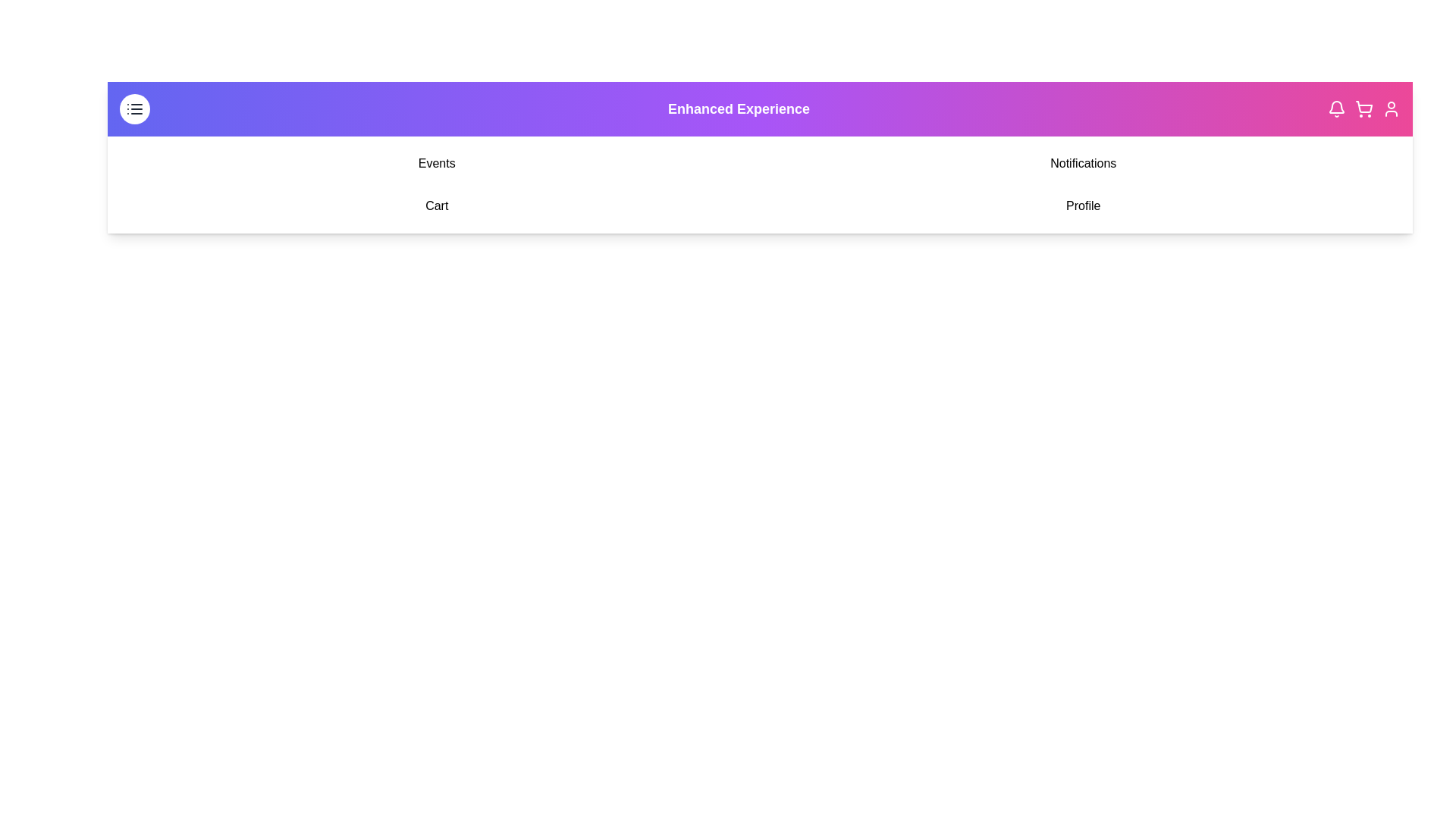 Image resolution: width=1456 pixels, height=819 pixels. I want to click on the menu item Notifications in the navigation menu, so click(1082, 164).